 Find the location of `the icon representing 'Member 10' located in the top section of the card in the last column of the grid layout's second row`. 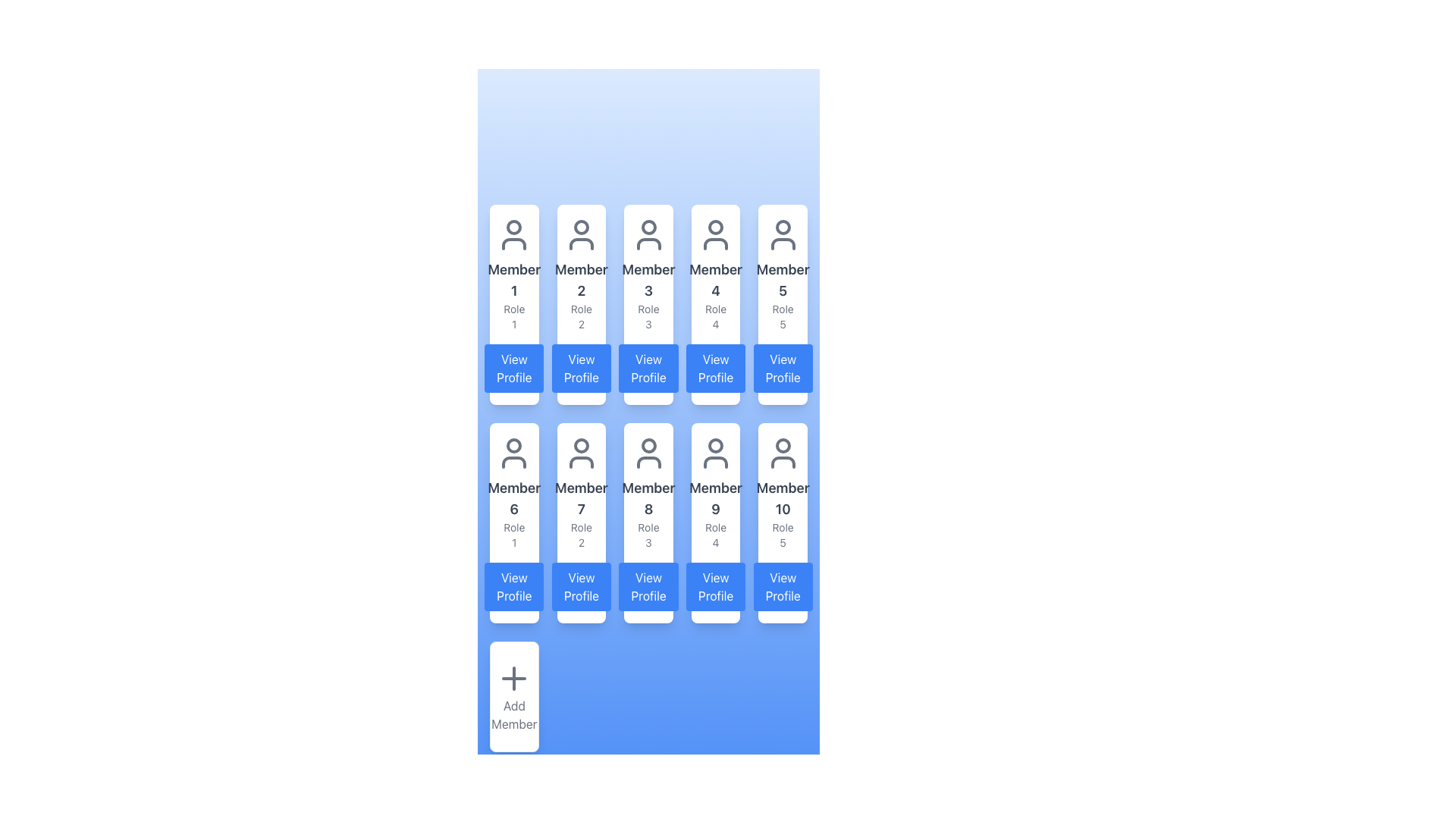

the icon representing 'Member 10' located in the top section of the card in the last column of the grid layout's second row is located at coordinates (783, 452).